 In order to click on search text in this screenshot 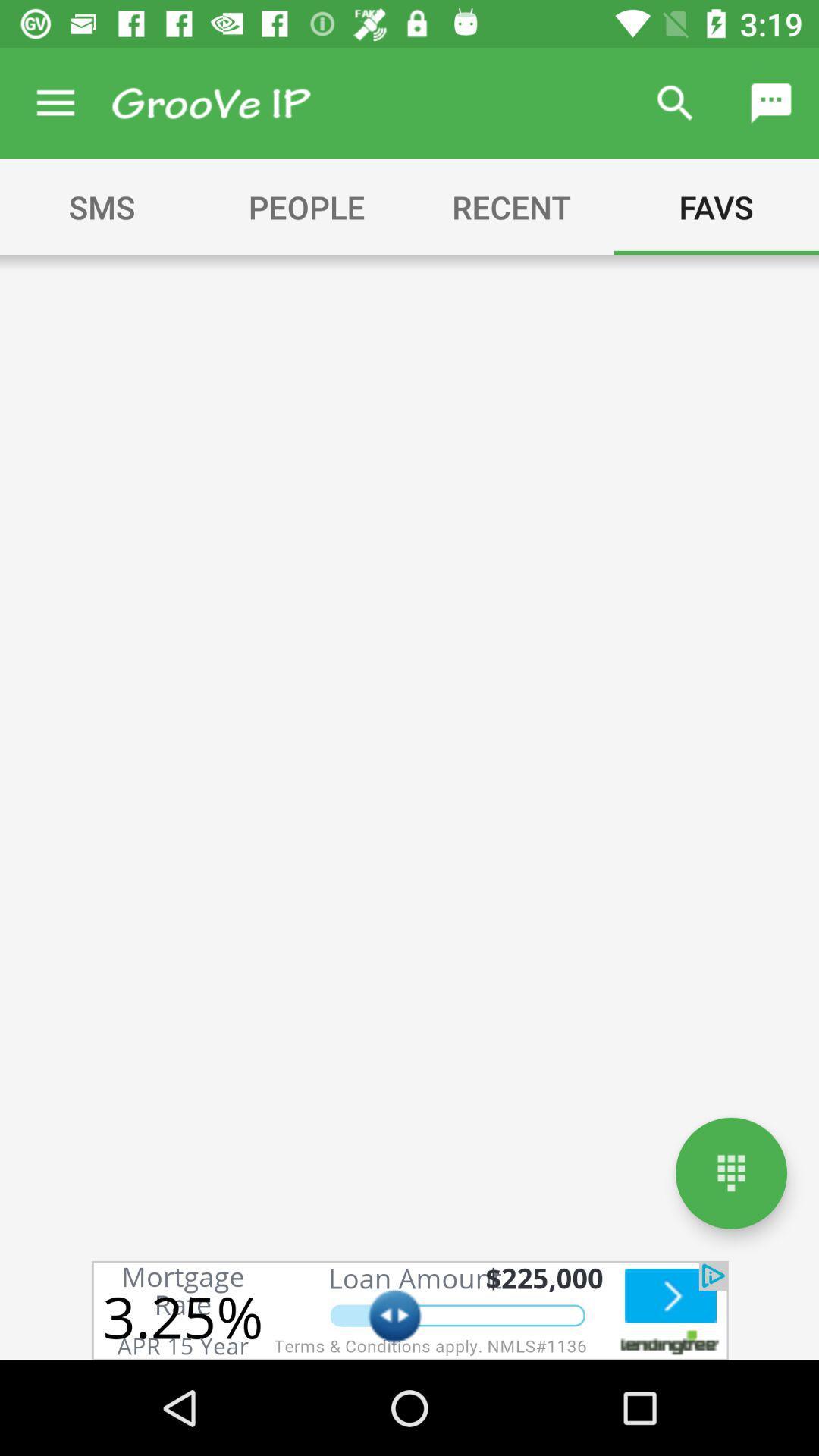, I will do `click(211, 102)`.